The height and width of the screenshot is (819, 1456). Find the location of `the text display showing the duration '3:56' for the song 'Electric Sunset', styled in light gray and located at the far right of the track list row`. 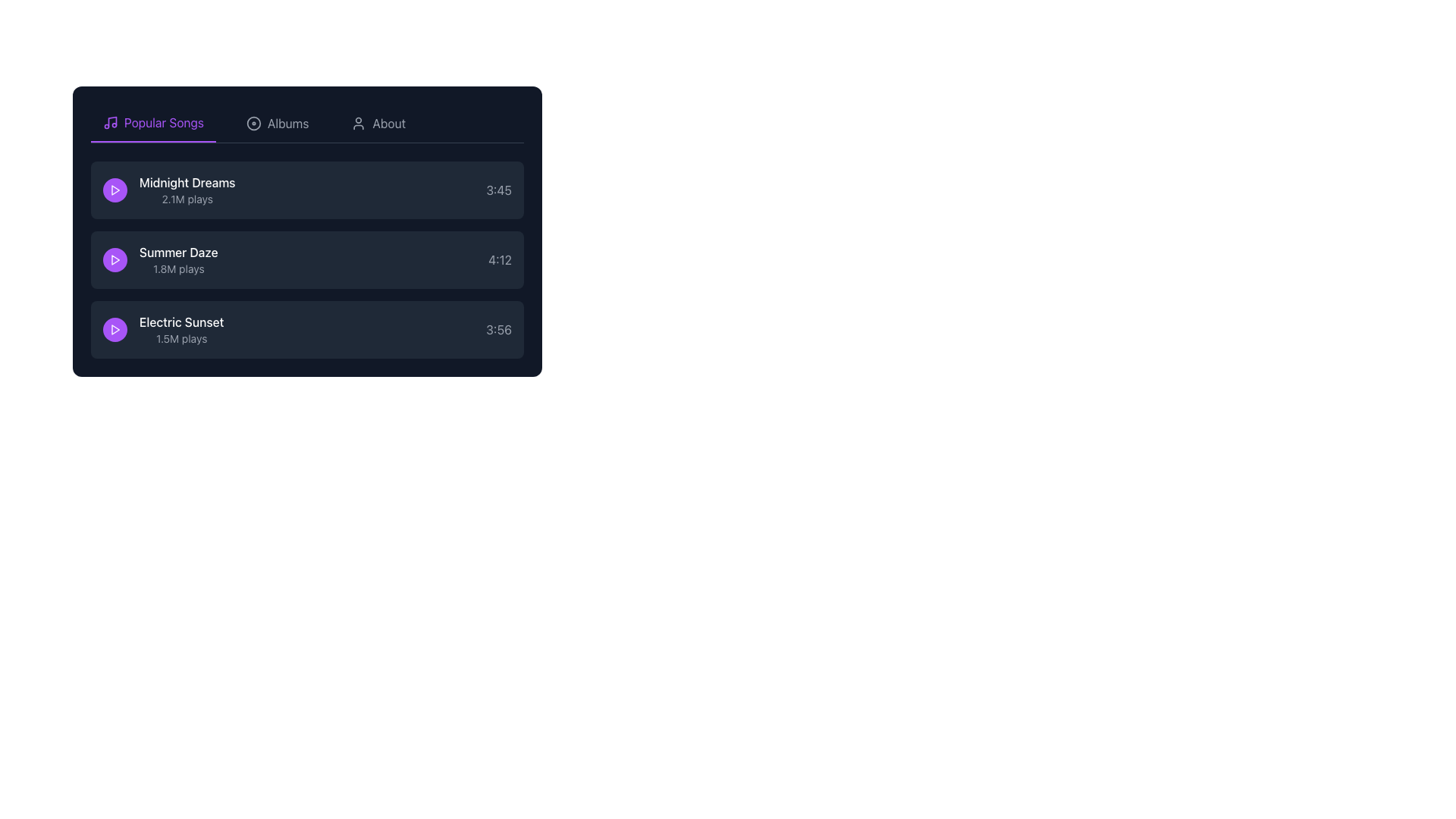

the text display showing the duration '3:56' for the song 'Electric Sunset', styled in light gray and located at the far right of the track list row is located at coordinates (498, 329).